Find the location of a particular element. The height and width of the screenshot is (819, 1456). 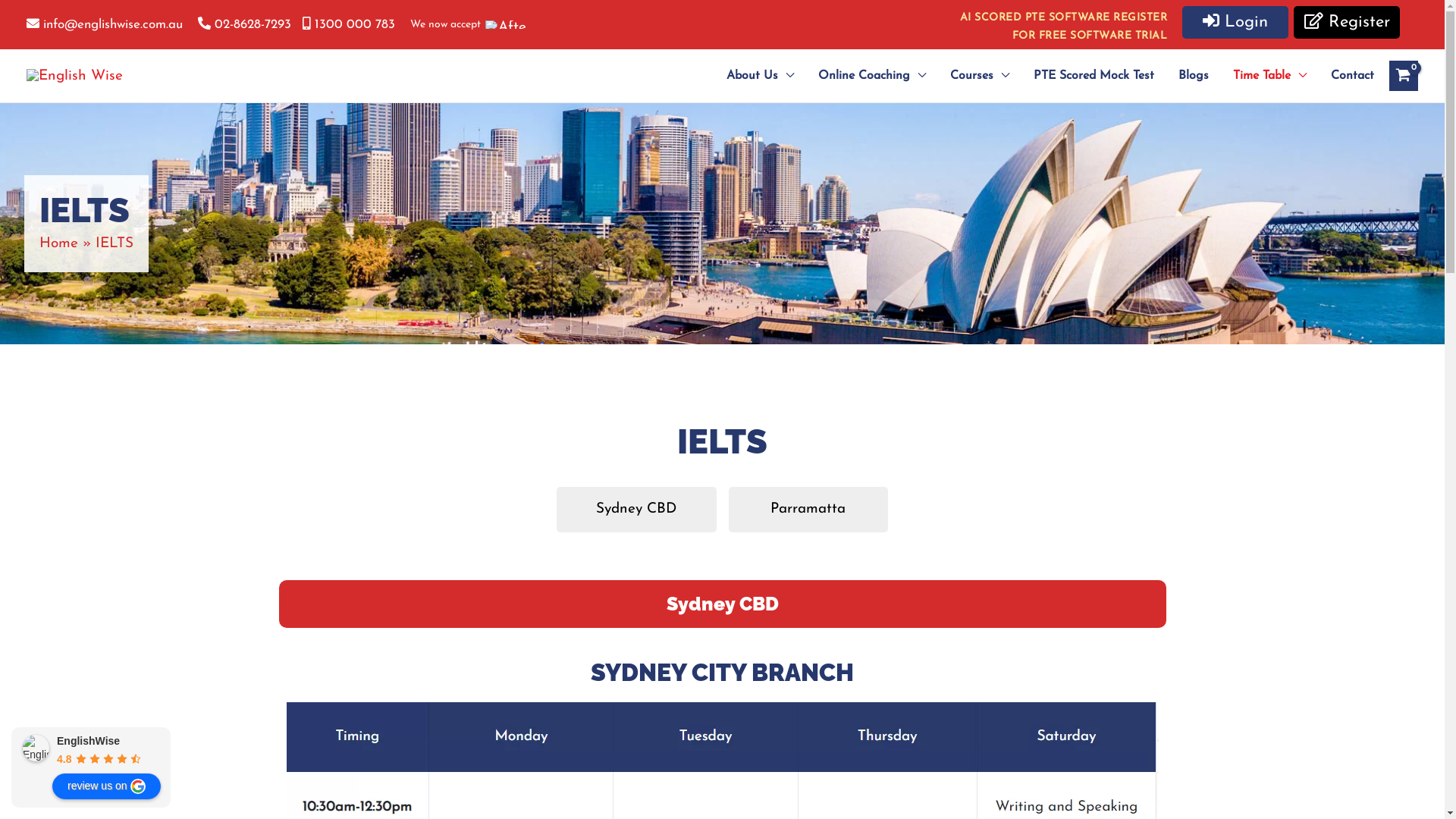

'review us on' is located at coordinates (105, 786).